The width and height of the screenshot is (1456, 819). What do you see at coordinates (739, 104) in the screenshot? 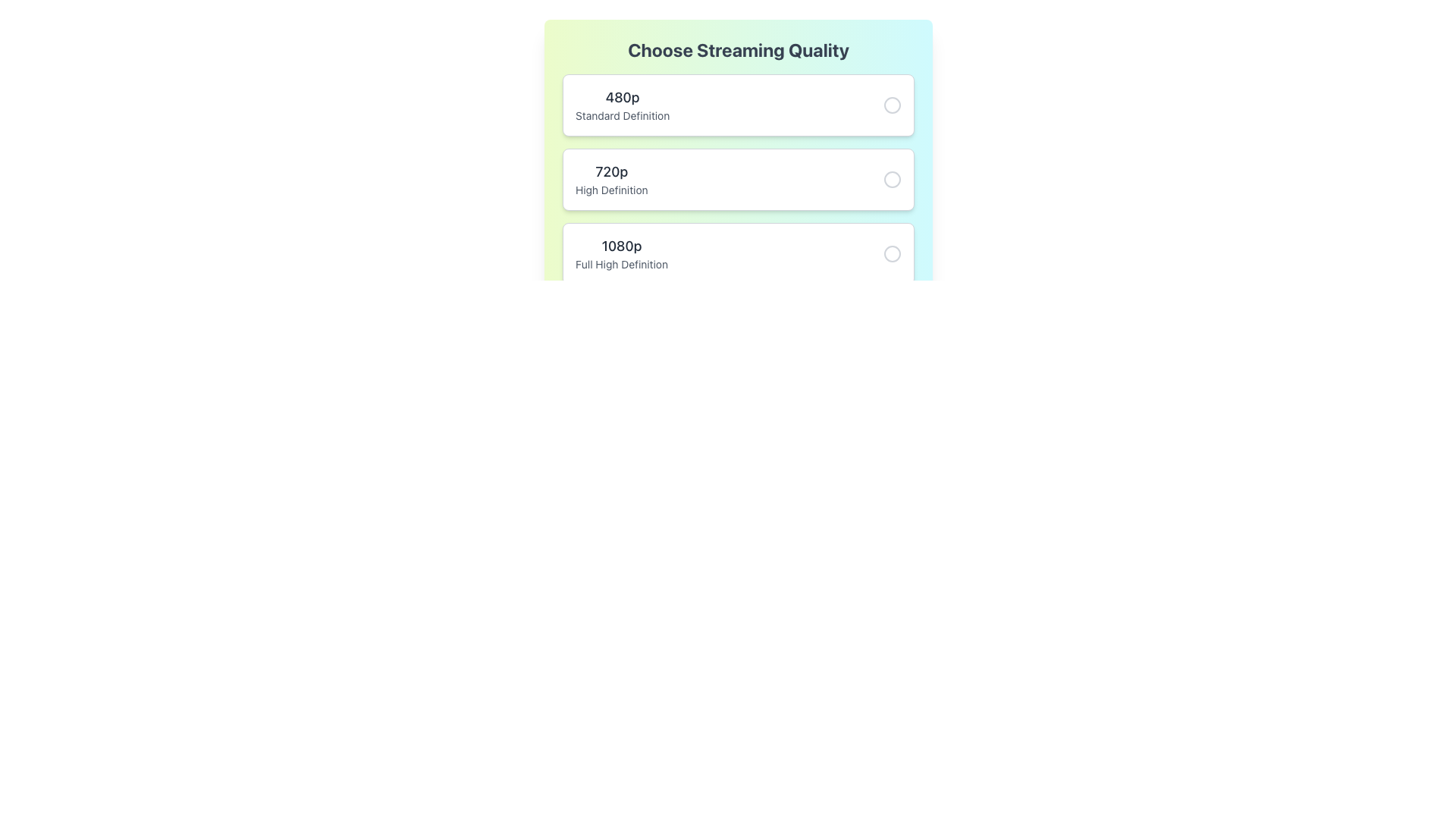
I see `the '480p Standard Definition' radio option` at bounding box center [739, 104].